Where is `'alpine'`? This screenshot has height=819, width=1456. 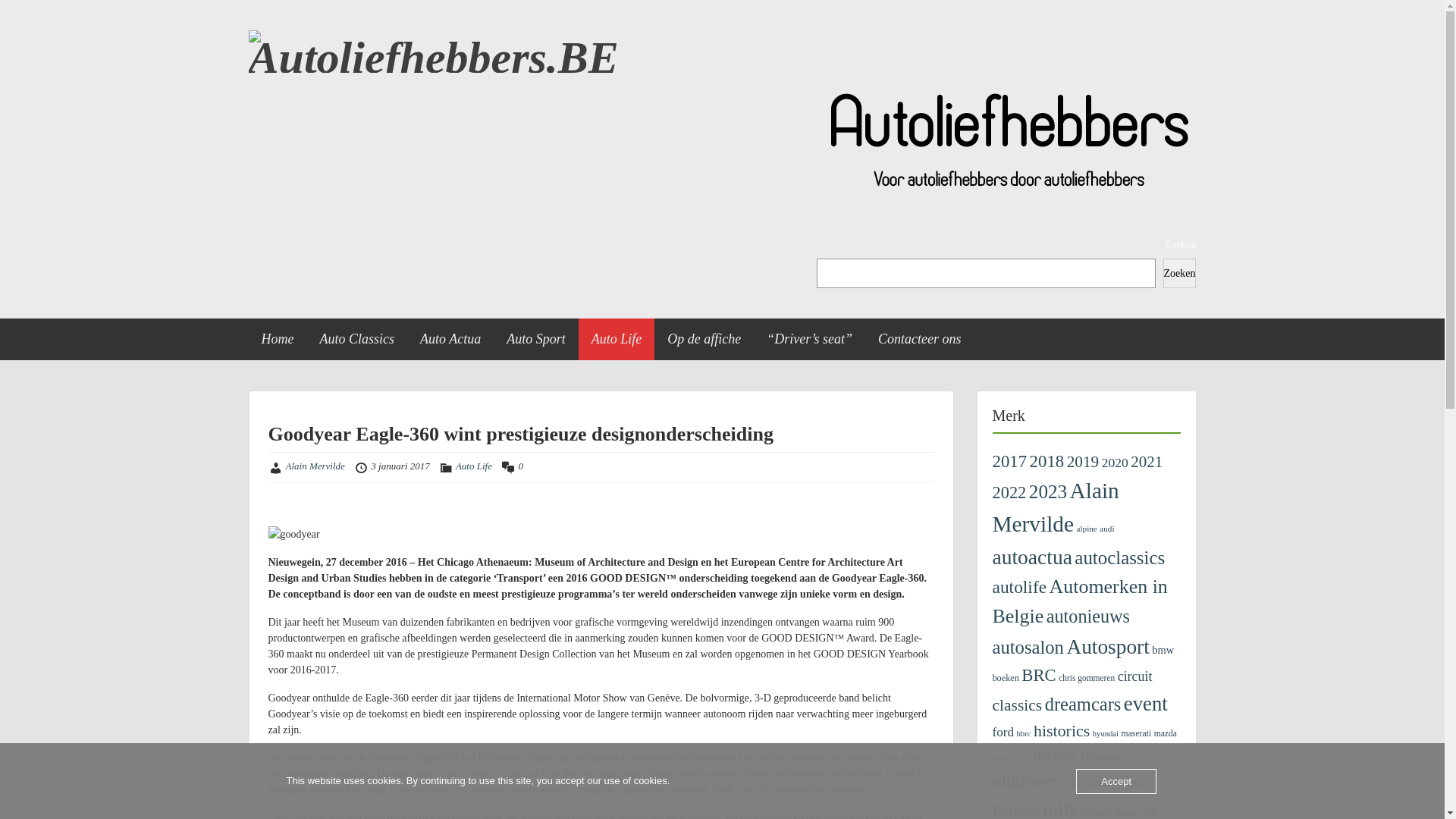
'alpine' is located at coordinates (1086, 528).